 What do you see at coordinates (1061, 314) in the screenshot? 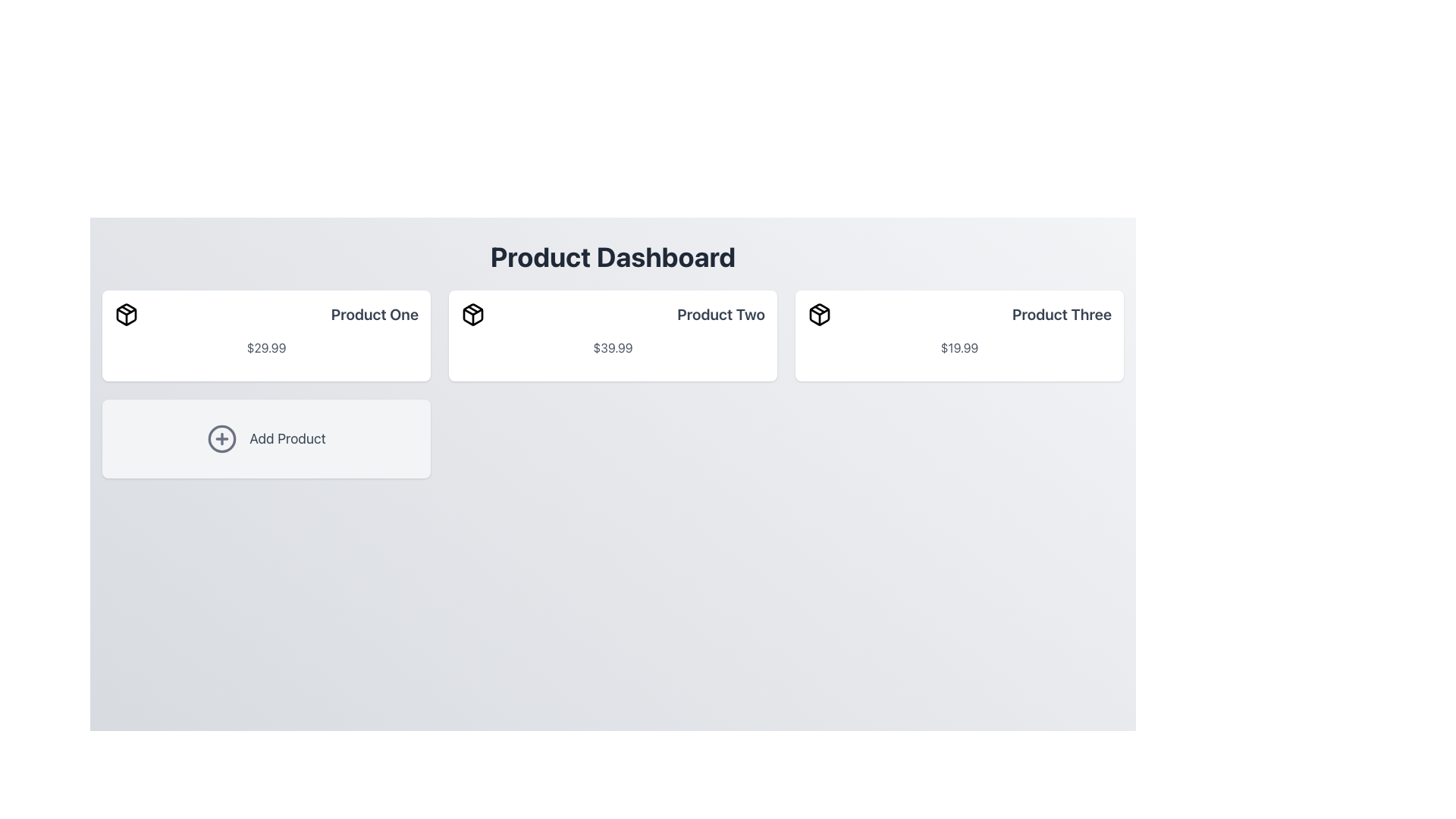
I see `the text label displaying 'Product Three', which is styled in bold and located in the upper-right segment of the product information box` at bounding box center [1061, 314].